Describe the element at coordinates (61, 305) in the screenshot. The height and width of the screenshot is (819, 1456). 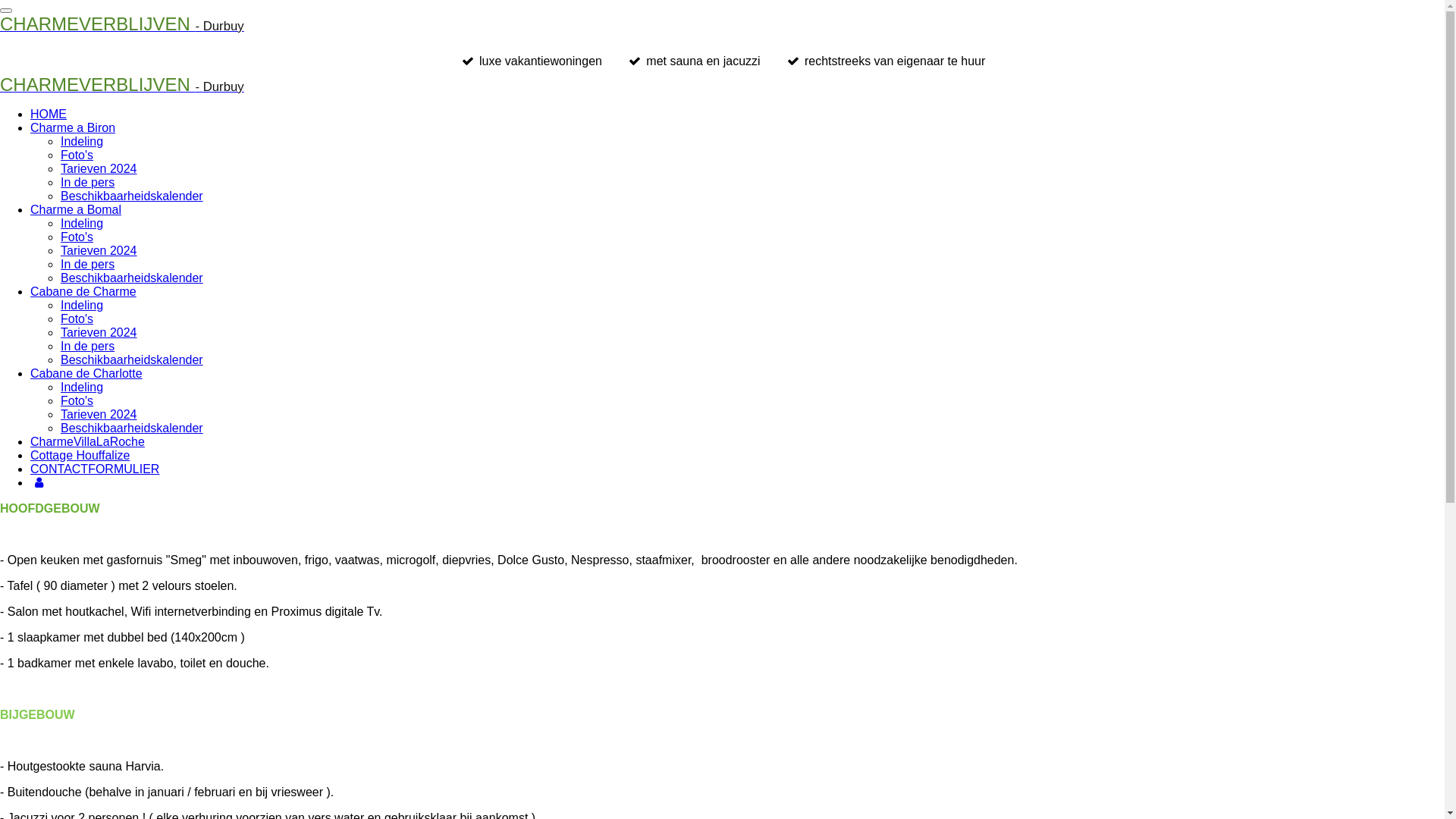
I see `'Indeling'` at that location.